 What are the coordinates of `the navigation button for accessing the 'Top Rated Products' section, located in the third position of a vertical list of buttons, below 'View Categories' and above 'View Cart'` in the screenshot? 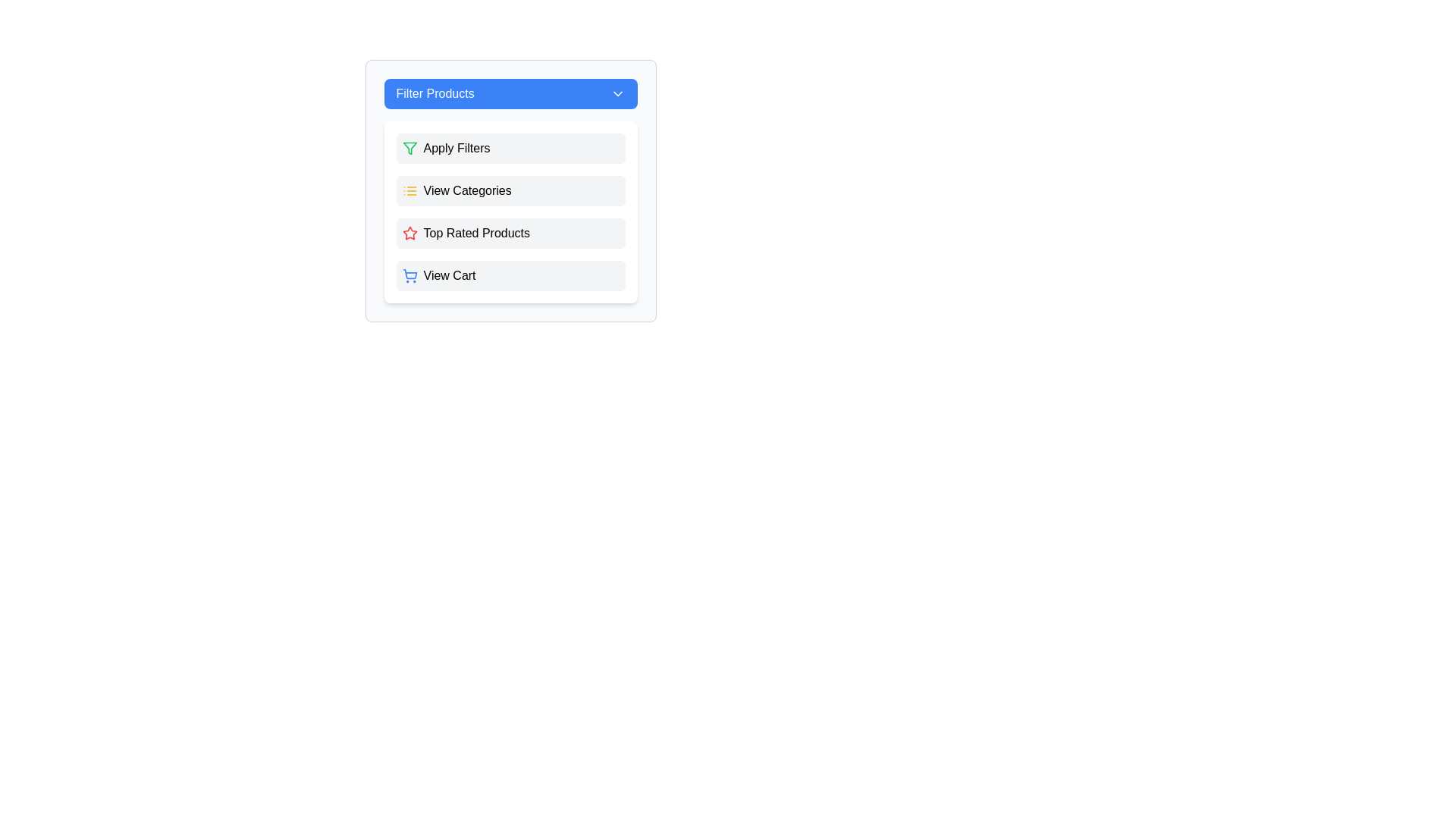 It's located at (510, 234).